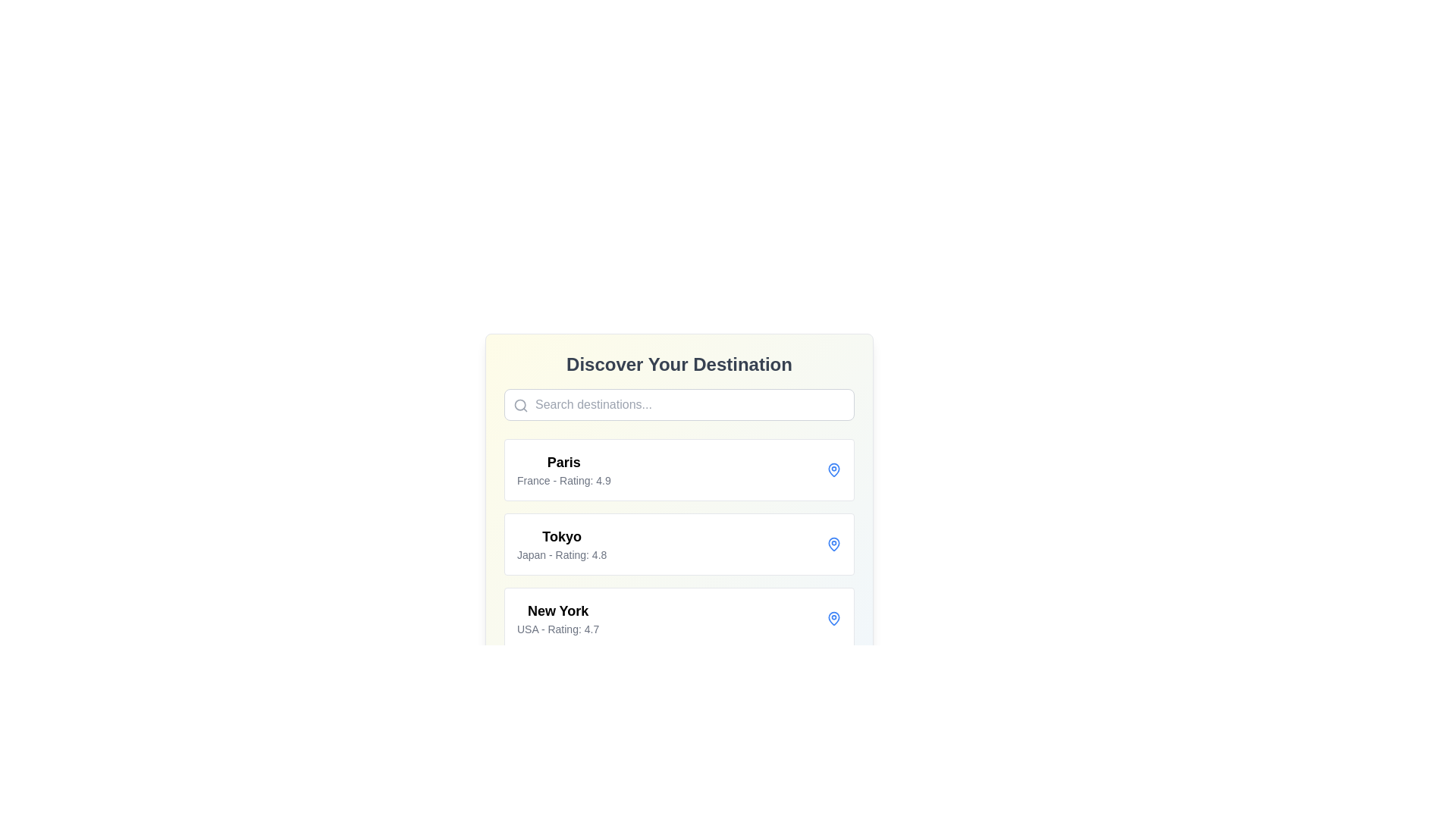 The image size is (1456, 819). What do you see at coordinates (563, 480) in the screenshot?
I see `text content of the information label indicating the country (France) and rating (4.9) located below 'Paris' in the topmost card under 'Discover Your Destination'` at bounding box center [563, 480].